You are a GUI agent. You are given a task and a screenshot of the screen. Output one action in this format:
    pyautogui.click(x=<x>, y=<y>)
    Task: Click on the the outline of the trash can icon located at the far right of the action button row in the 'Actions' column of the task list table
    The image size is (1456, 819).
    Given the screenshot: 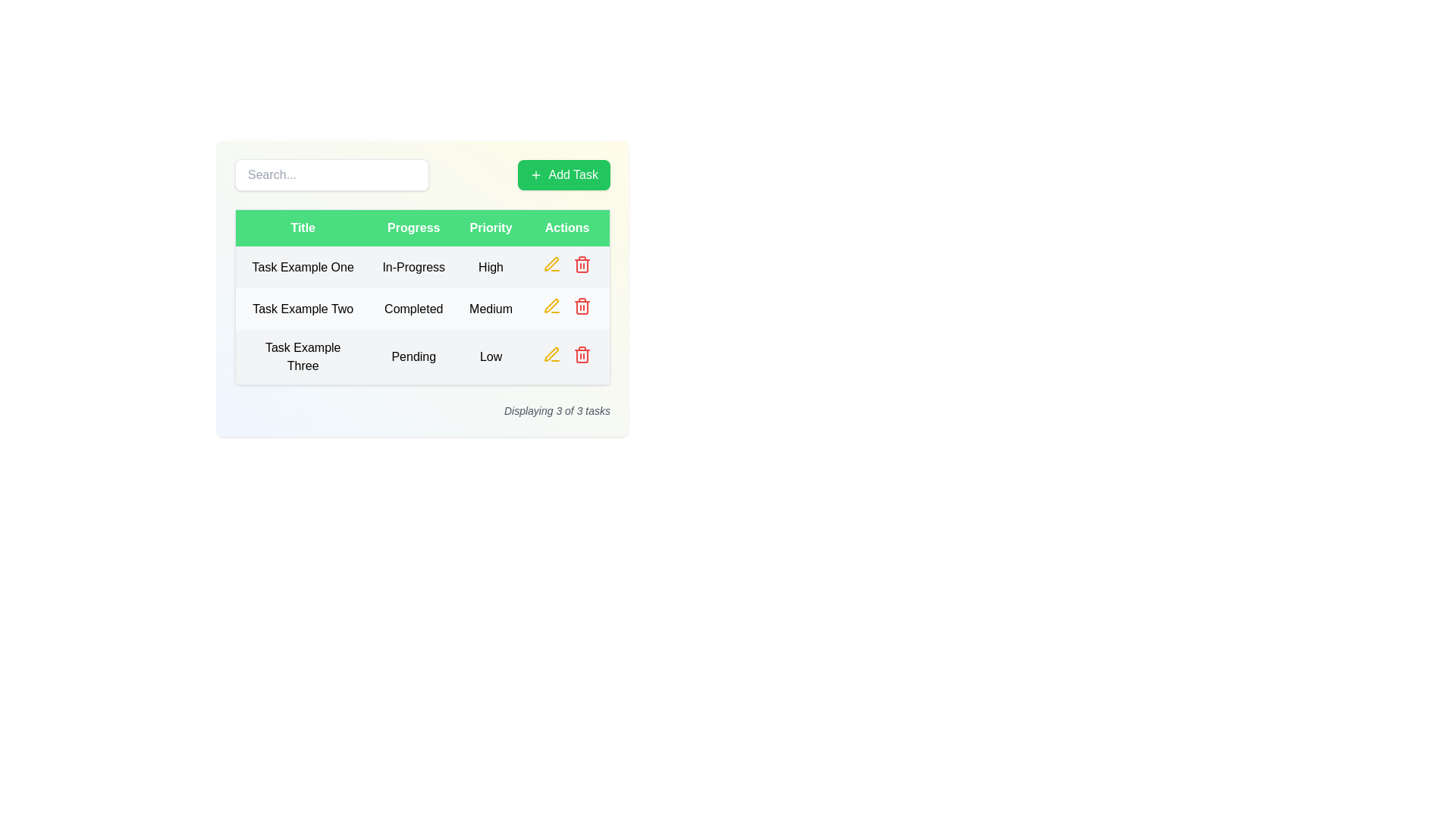 What is the action you would take?
    pyautogui.click(x=582, y=265)
    